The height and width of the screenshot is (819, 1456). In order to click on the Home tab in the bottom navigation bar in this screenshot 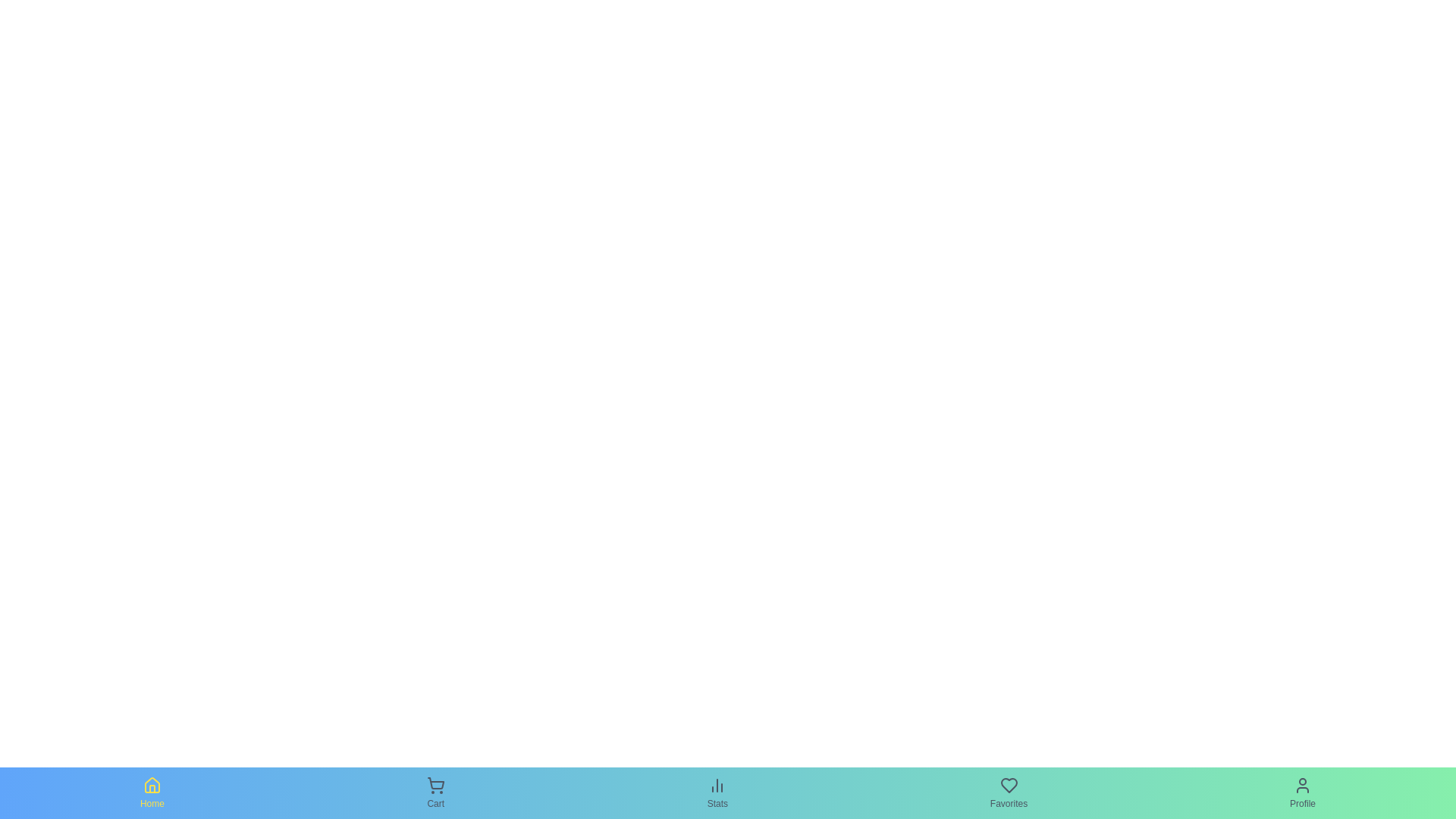, I will do `click(152, 792)`.